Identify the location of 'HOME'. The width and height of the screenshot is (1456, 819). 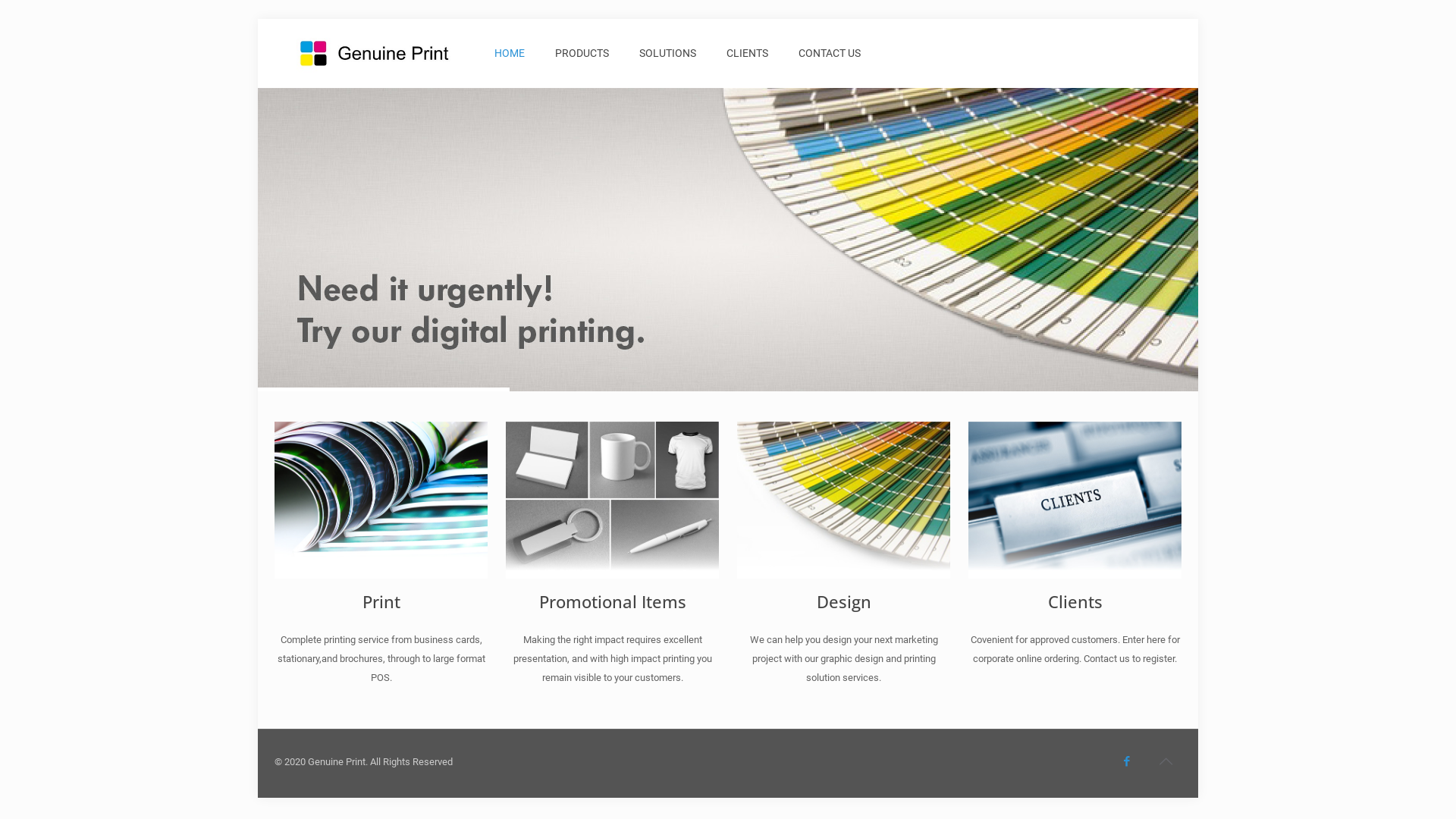
(510, 52).